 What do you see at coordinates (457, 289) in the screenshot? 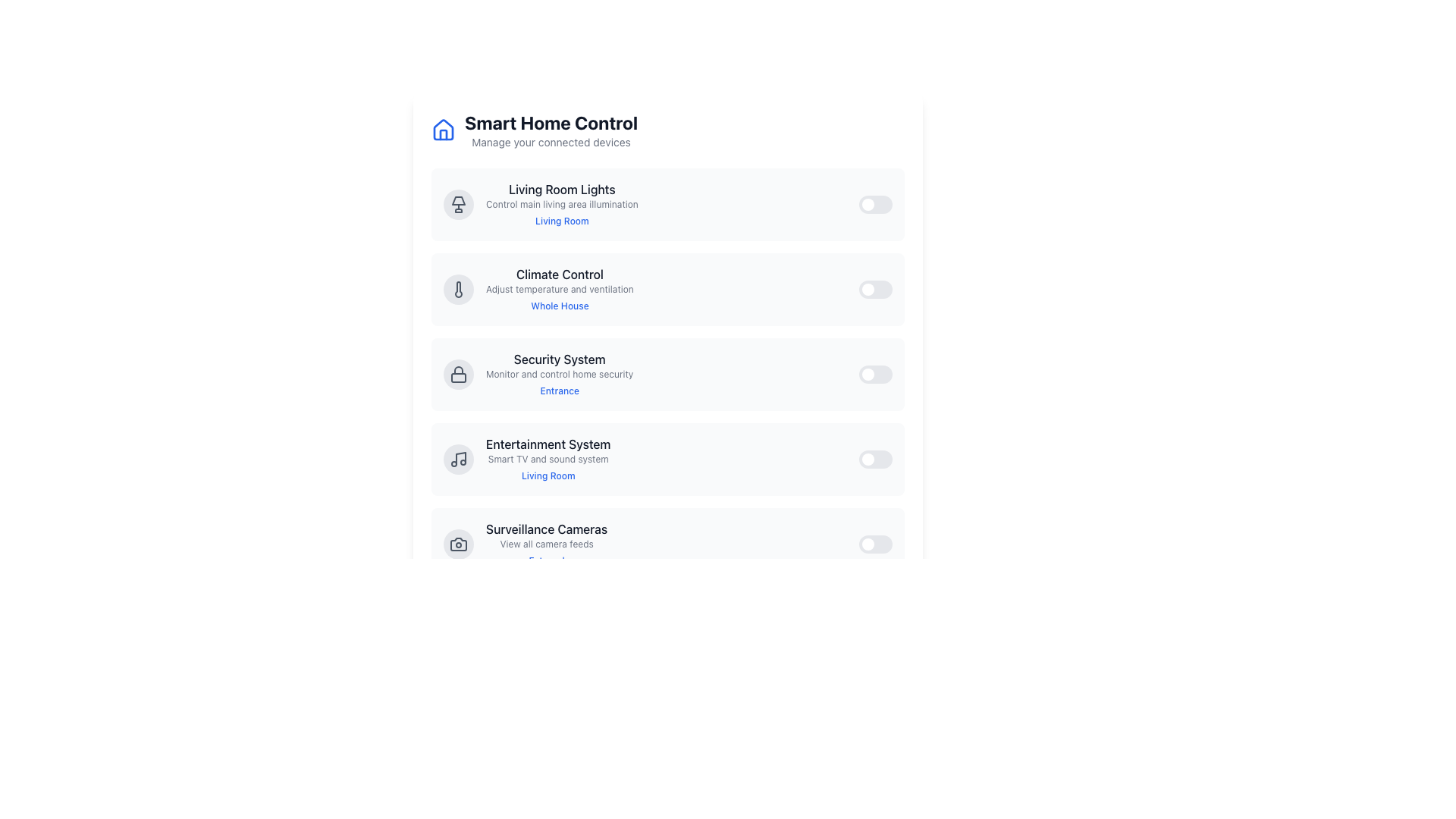
I see `the vertical, red thermometer-like icon in the Climate Control section of the smart home interface` at bounding box center [457, 289].